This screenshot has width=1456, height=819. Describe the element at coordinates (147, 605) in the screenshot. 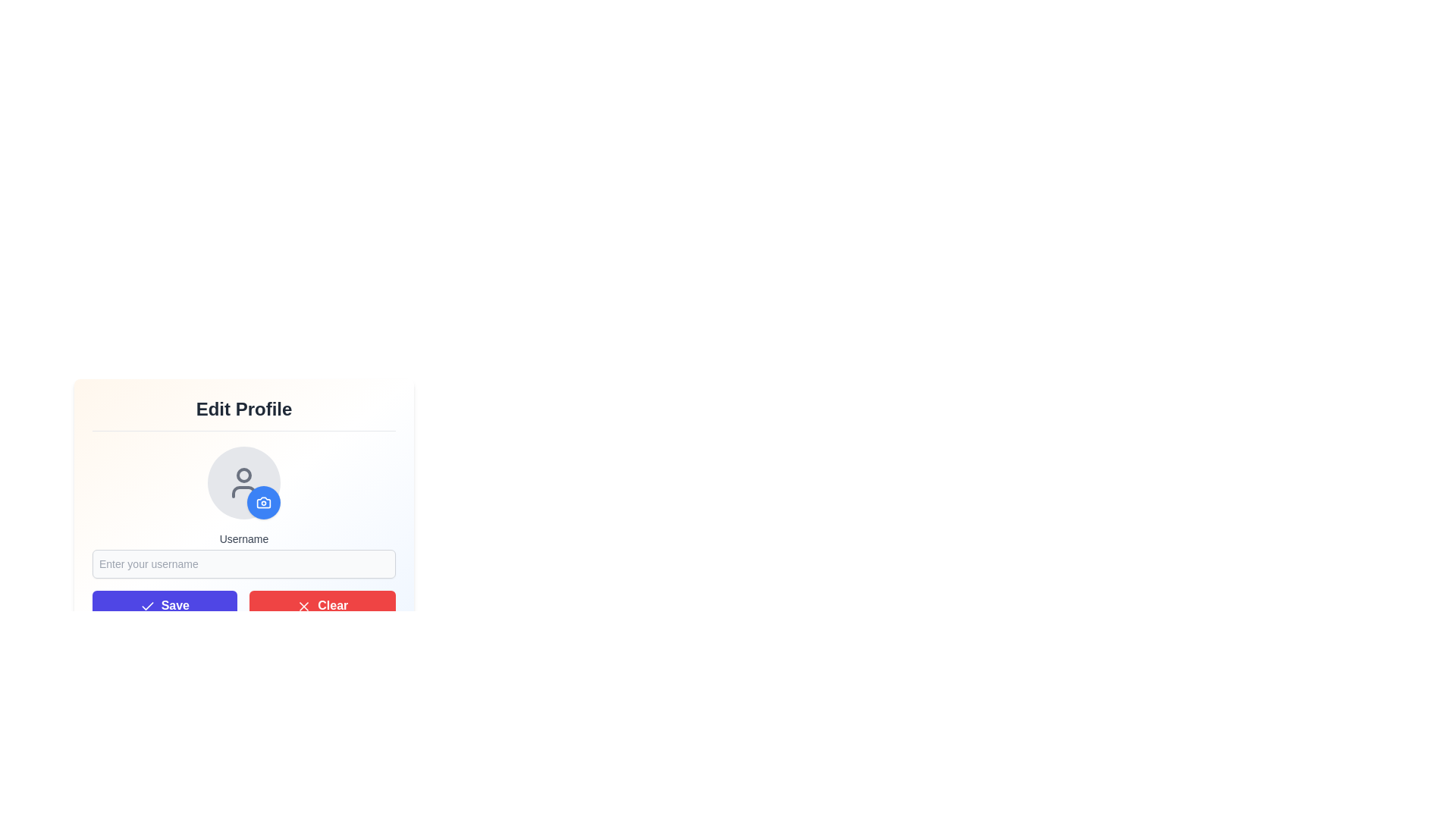

I see `the check icon, which is a small stylized tick mark positioned to the left of the 'Save' button text` at that location.